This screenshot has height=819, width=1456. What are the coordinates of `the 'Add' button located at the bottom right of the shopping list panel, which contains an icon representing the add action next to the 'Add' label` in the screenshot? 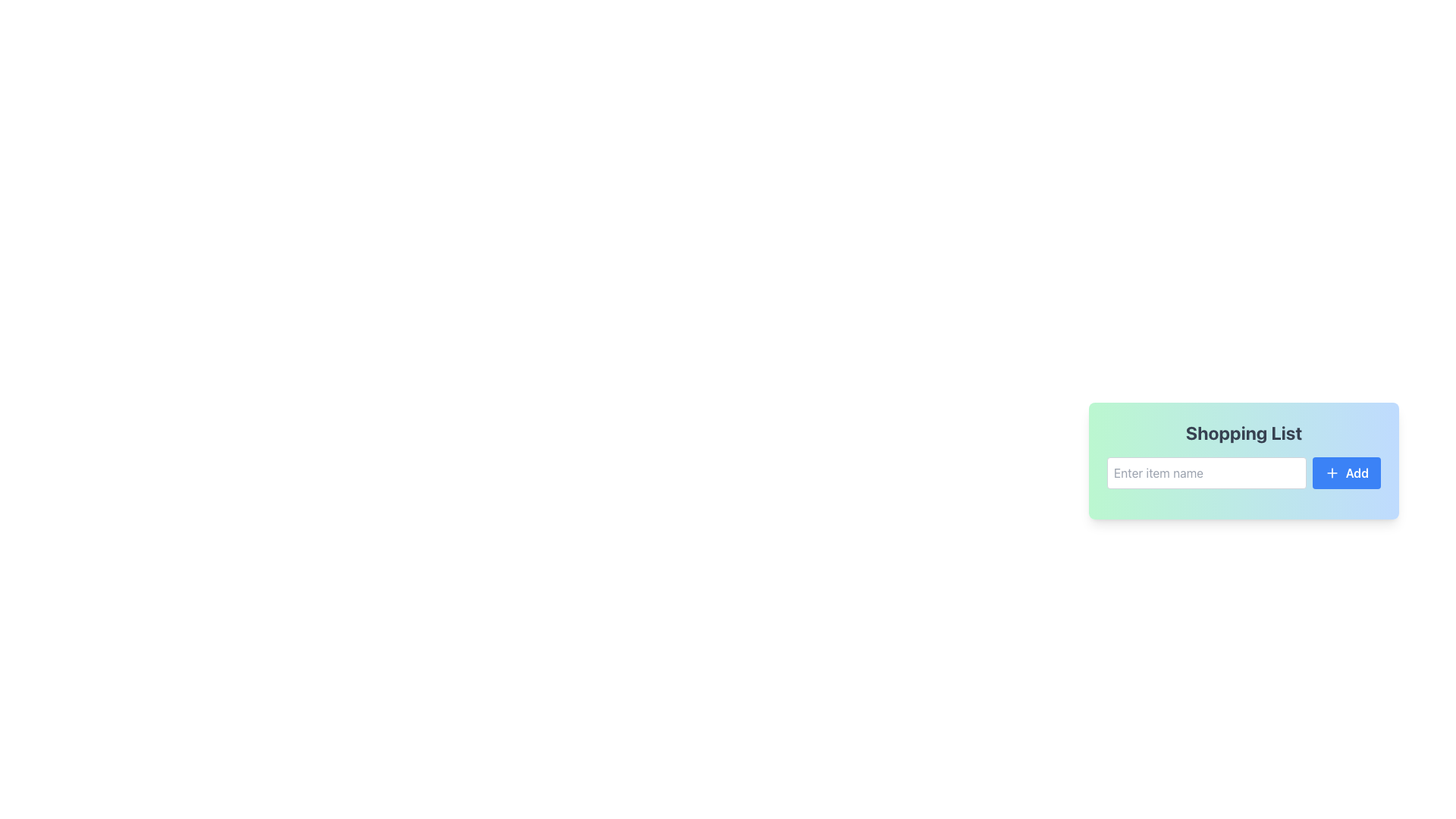 It's located at (1331, 472).